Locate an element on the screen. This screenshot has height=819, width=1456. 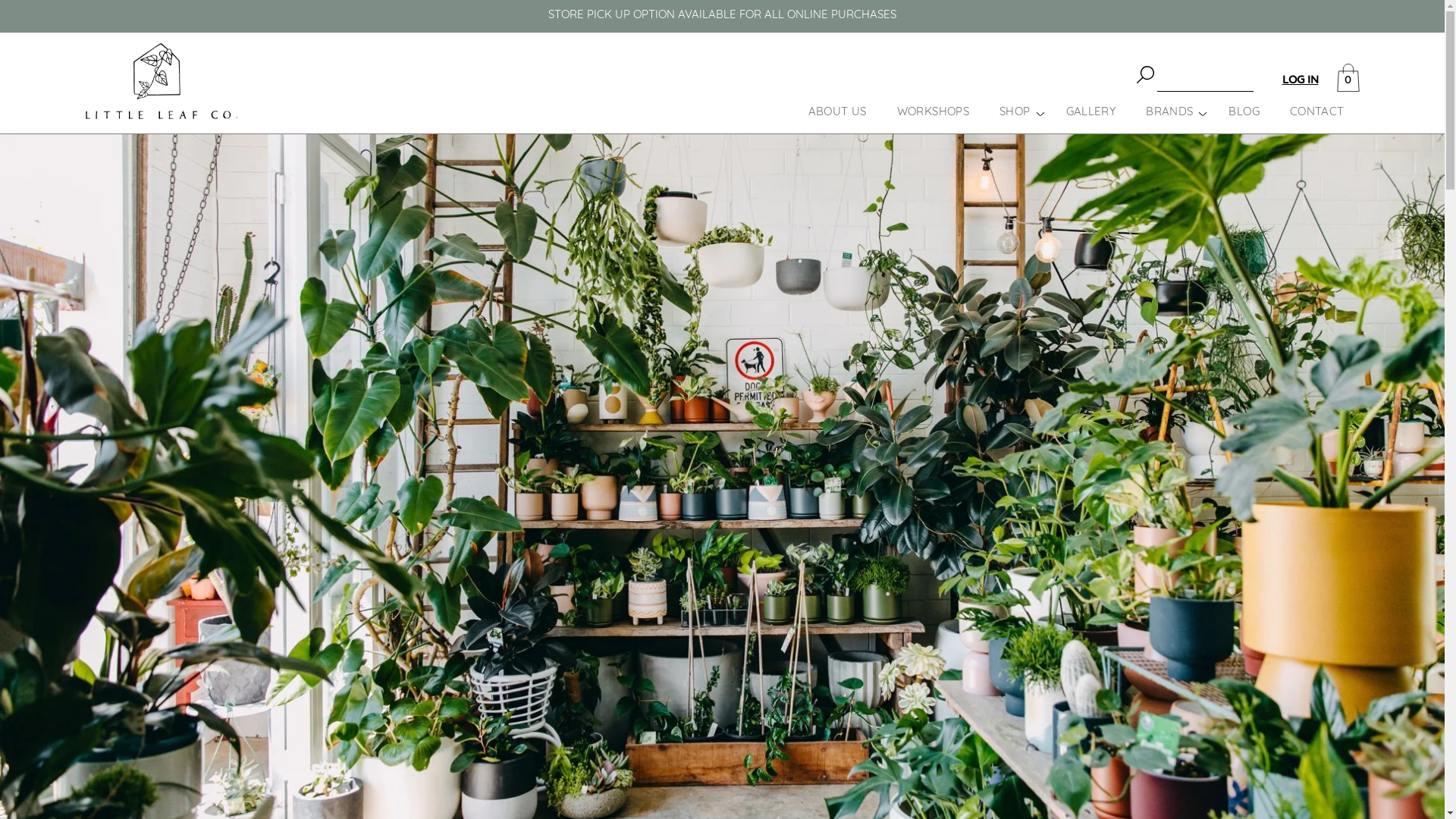
'SHOP' is located at coordinates (1015, 111).